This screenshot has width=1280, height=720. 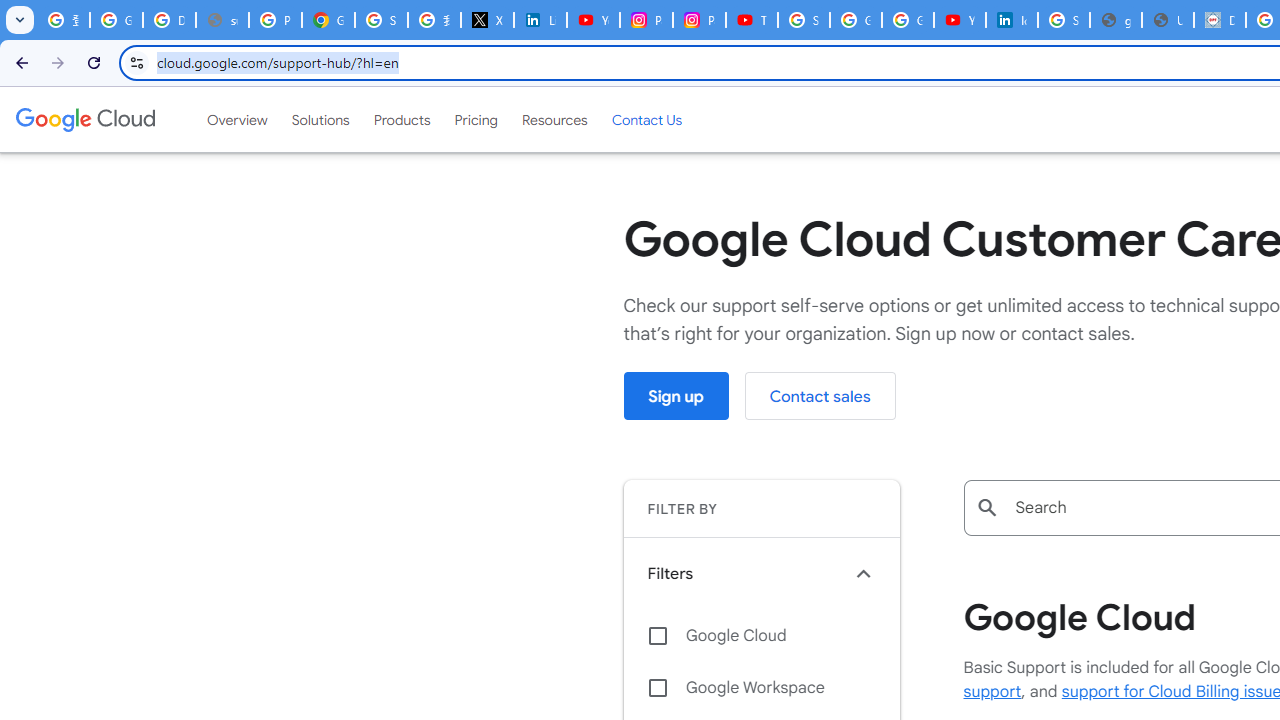 I want to click on 'Sign up', so click(x=676, y=396).